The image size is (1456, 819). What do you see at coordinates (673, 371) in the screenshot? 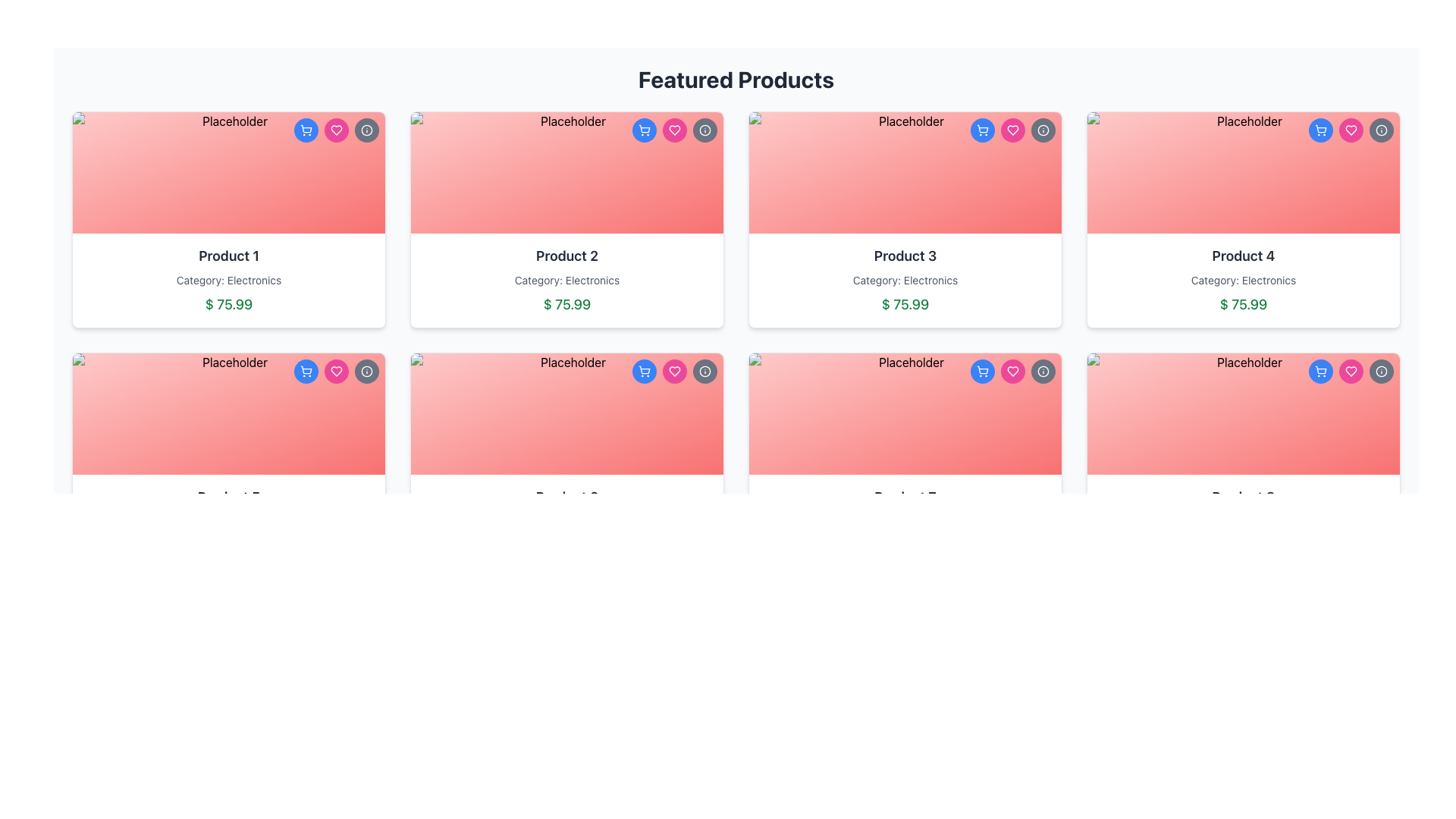
I see `the pink circular button with a white heart icon located at the top-right corner of the 'Product 6' card to favorite the product` at bounding box center [673, 371].